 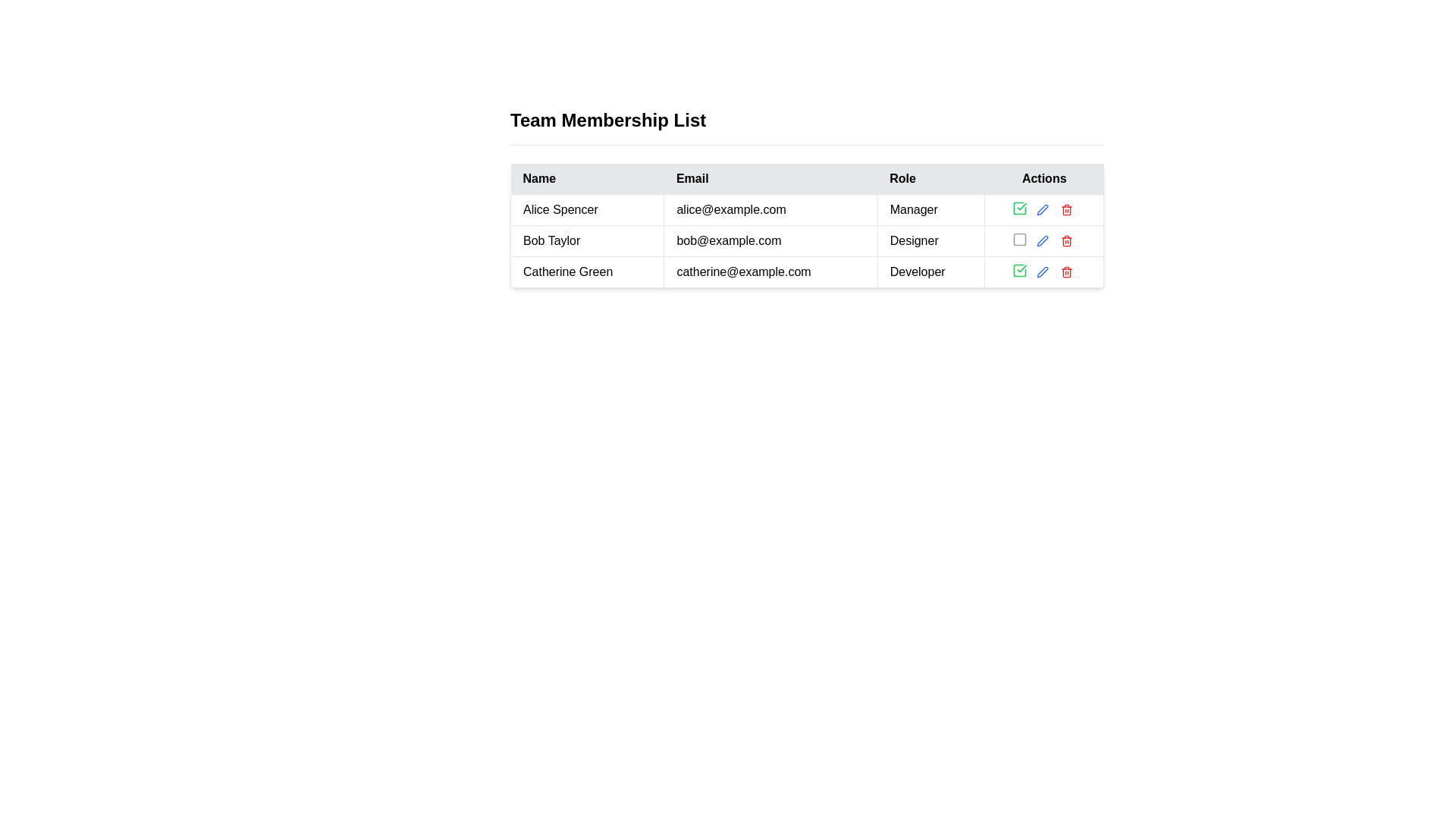 I want to click on the text label displaying 'Developer' in the third column of the third row in the table, indicating a team member's role, so click(x=930, y=271).